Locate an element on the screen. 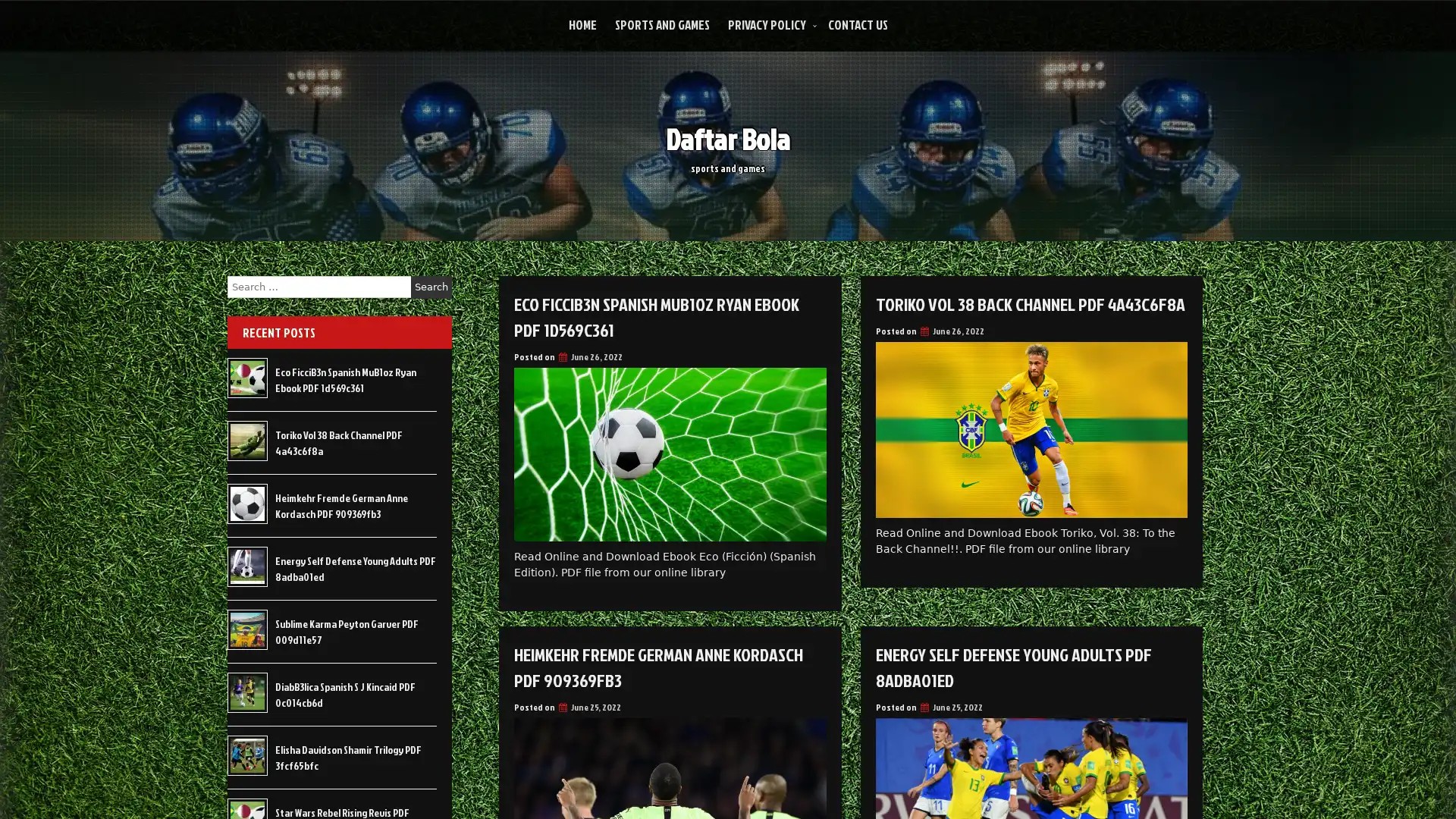 This screenshot has height=819, width=1456. Search is located at coordinates (431, 287).